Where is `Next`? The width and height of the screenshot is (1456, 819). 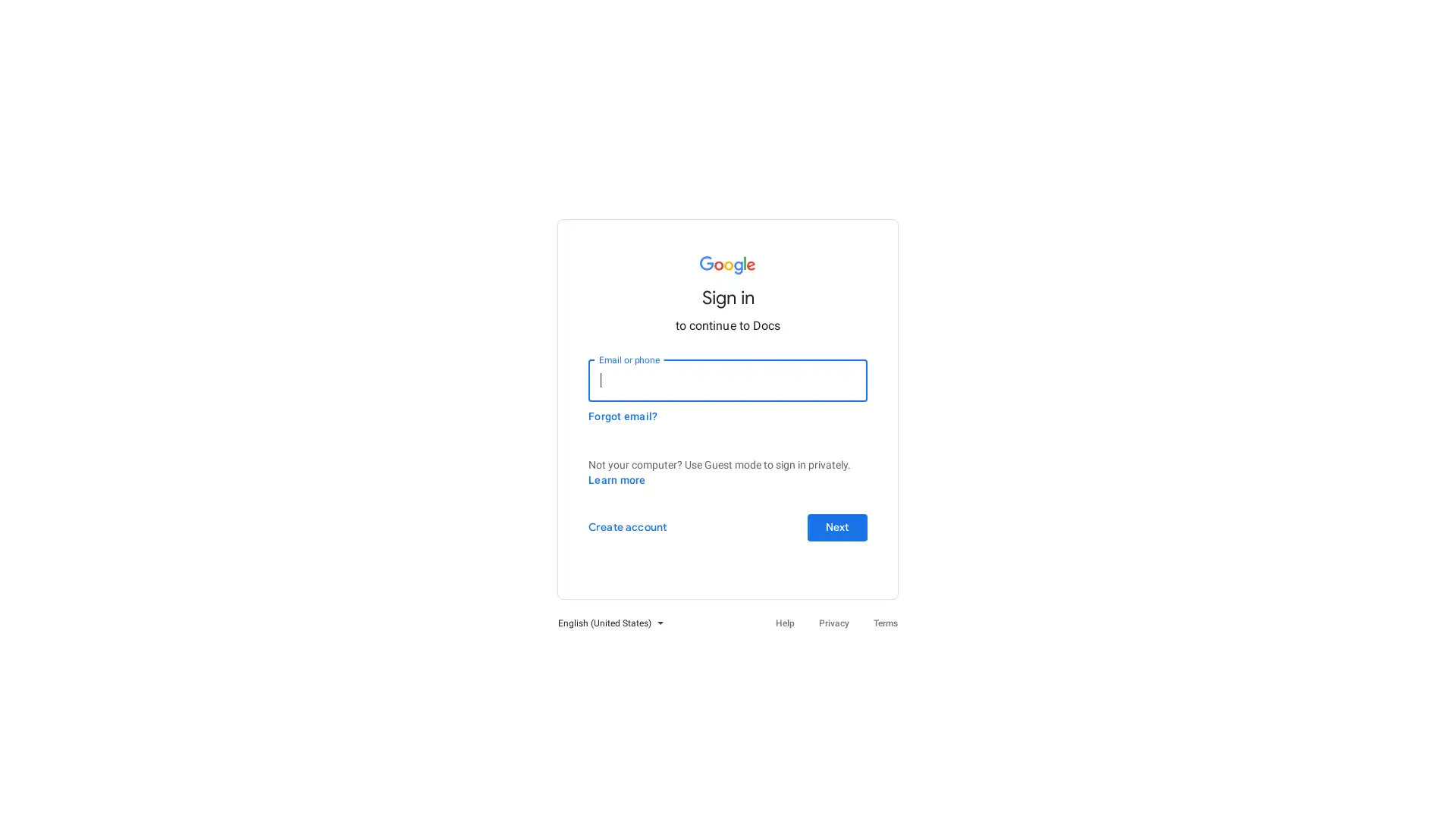 Next is located at coordinates (836, 526).